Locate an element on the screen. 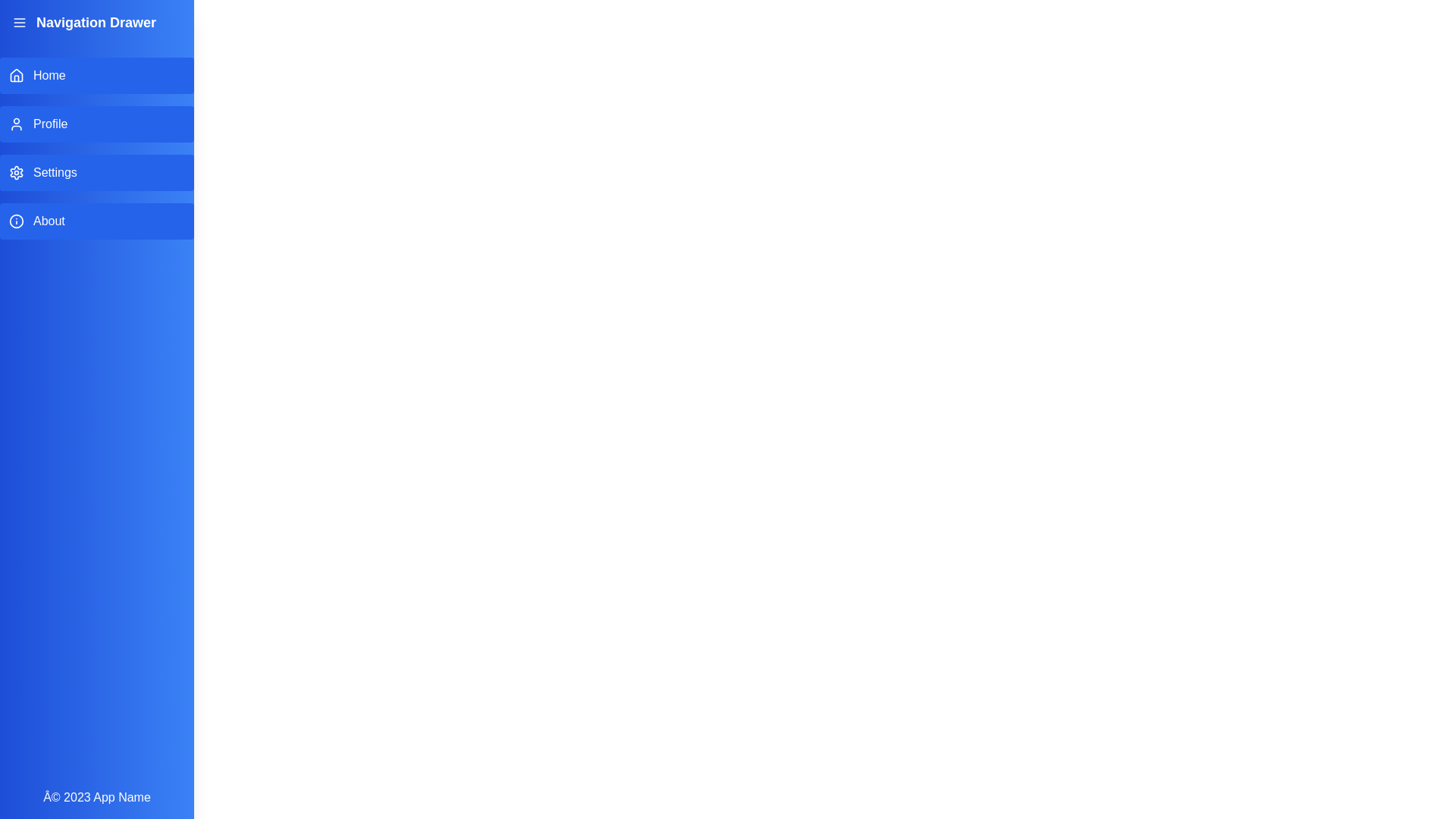  the toggle icon for the navigation drawer located in the top-left corner of the blue navigation sidebar is located at coordinates (19, 23).